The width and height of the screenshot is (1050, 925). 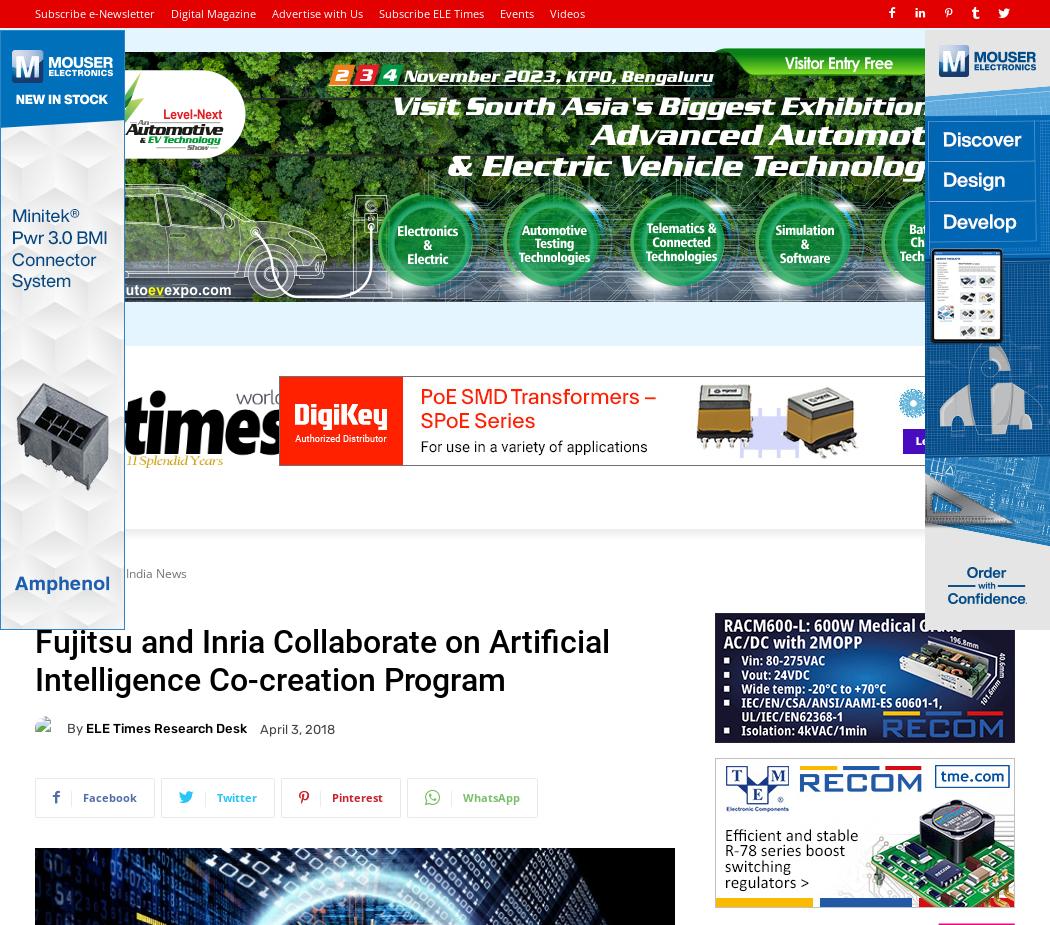 What do you see at coordinates (259, 728) in the screenshot?
I see `'April 3, 2018'` at bounding box center [259, 728].